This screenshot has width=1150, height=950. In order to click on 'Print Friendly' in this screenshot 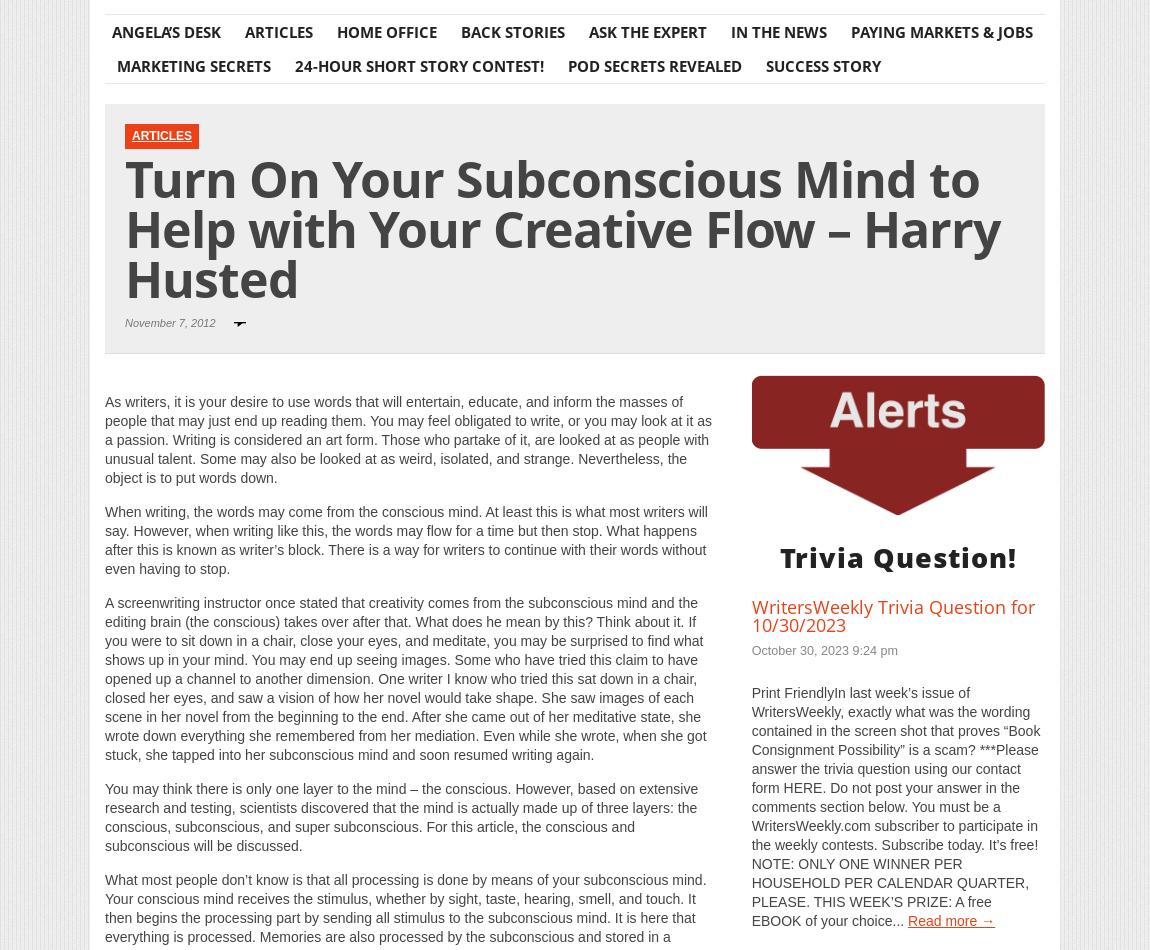, I will do `click(412, 380)`.